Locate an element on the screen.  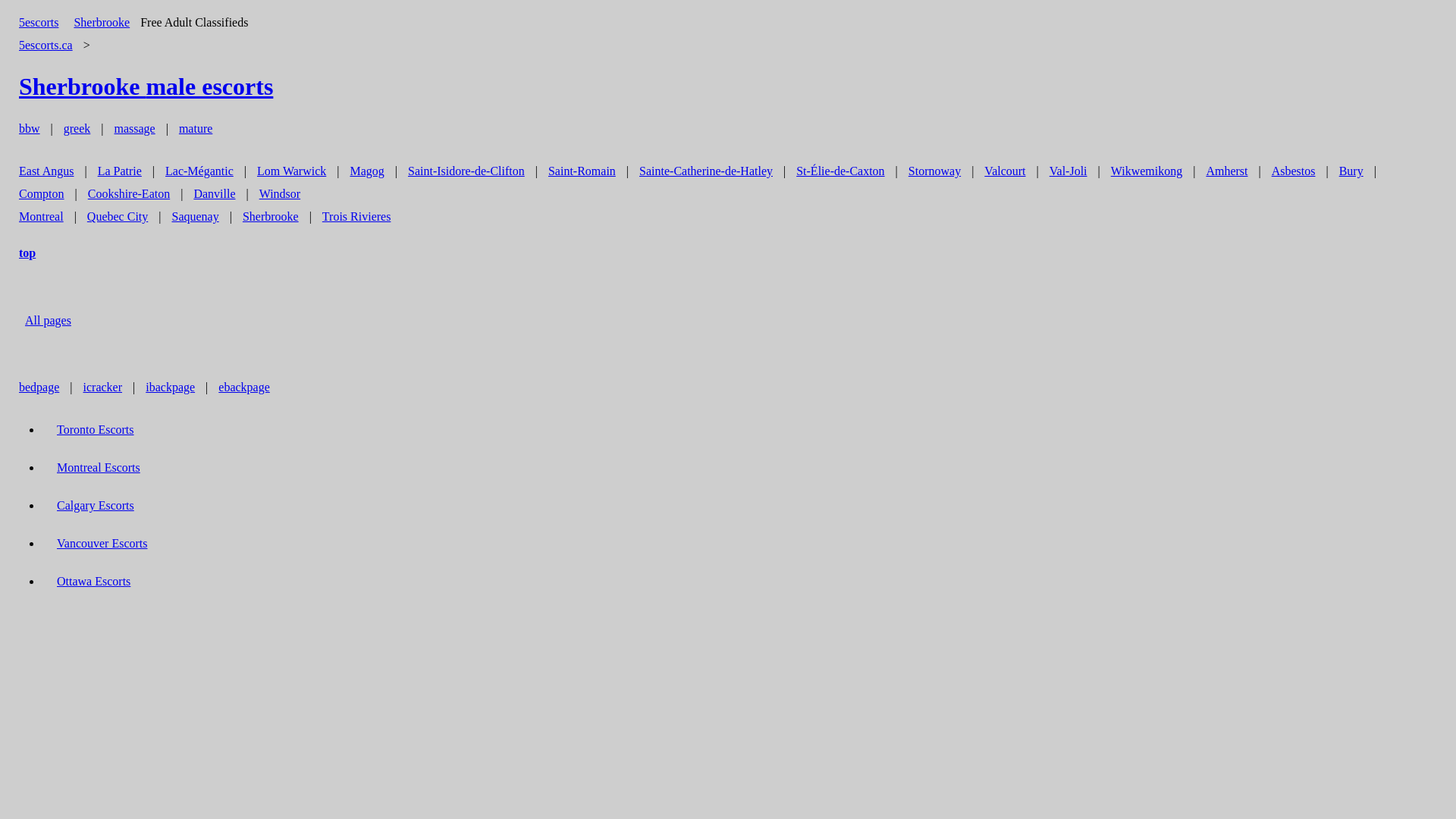
'greek' is located at coordinates (76, 127).